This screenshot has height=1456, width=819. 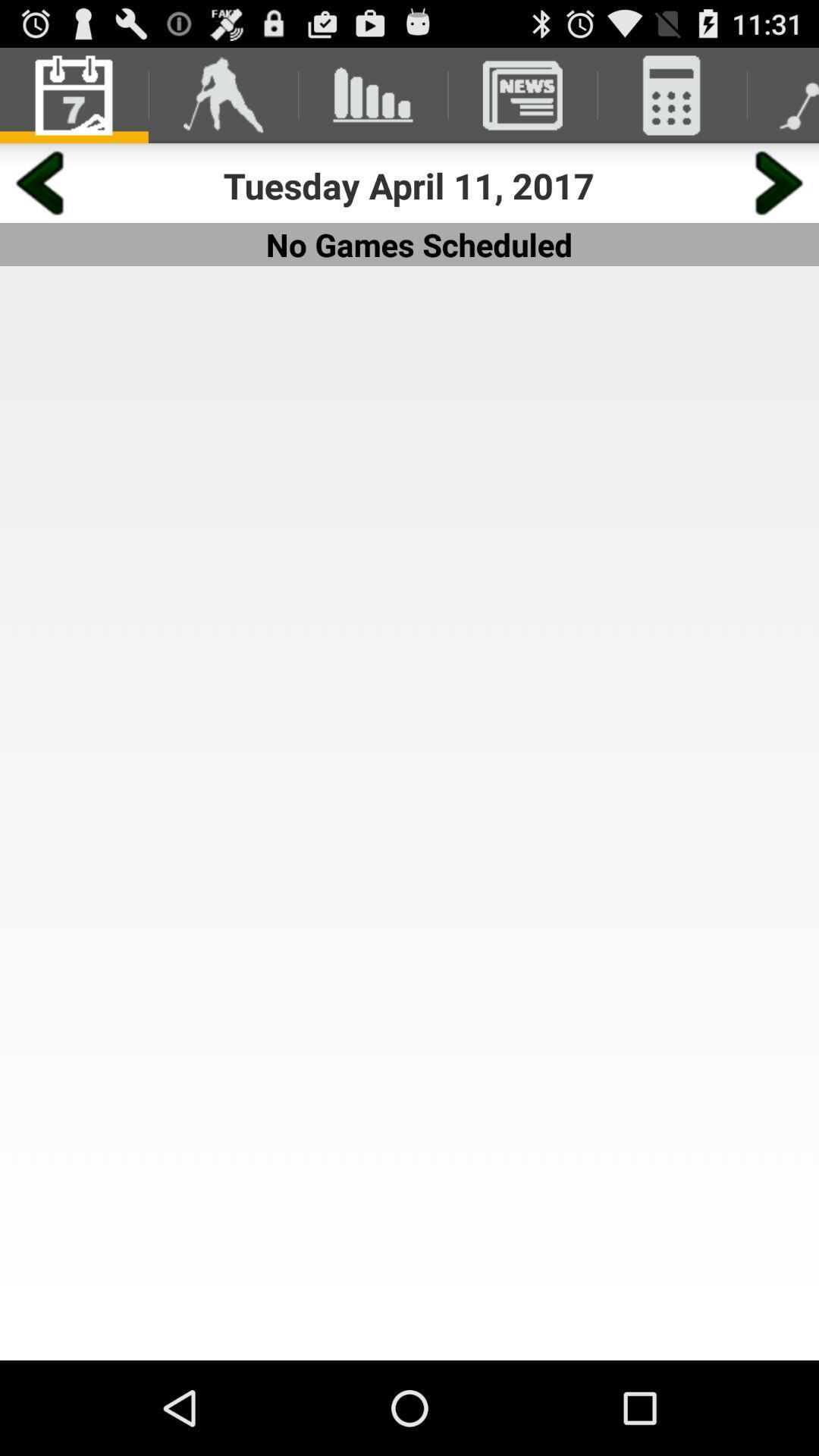 What do you see at coordinates (408, 184) in the screenshot?
I see `the tuesday april 11` at bounding box center [408, 184].